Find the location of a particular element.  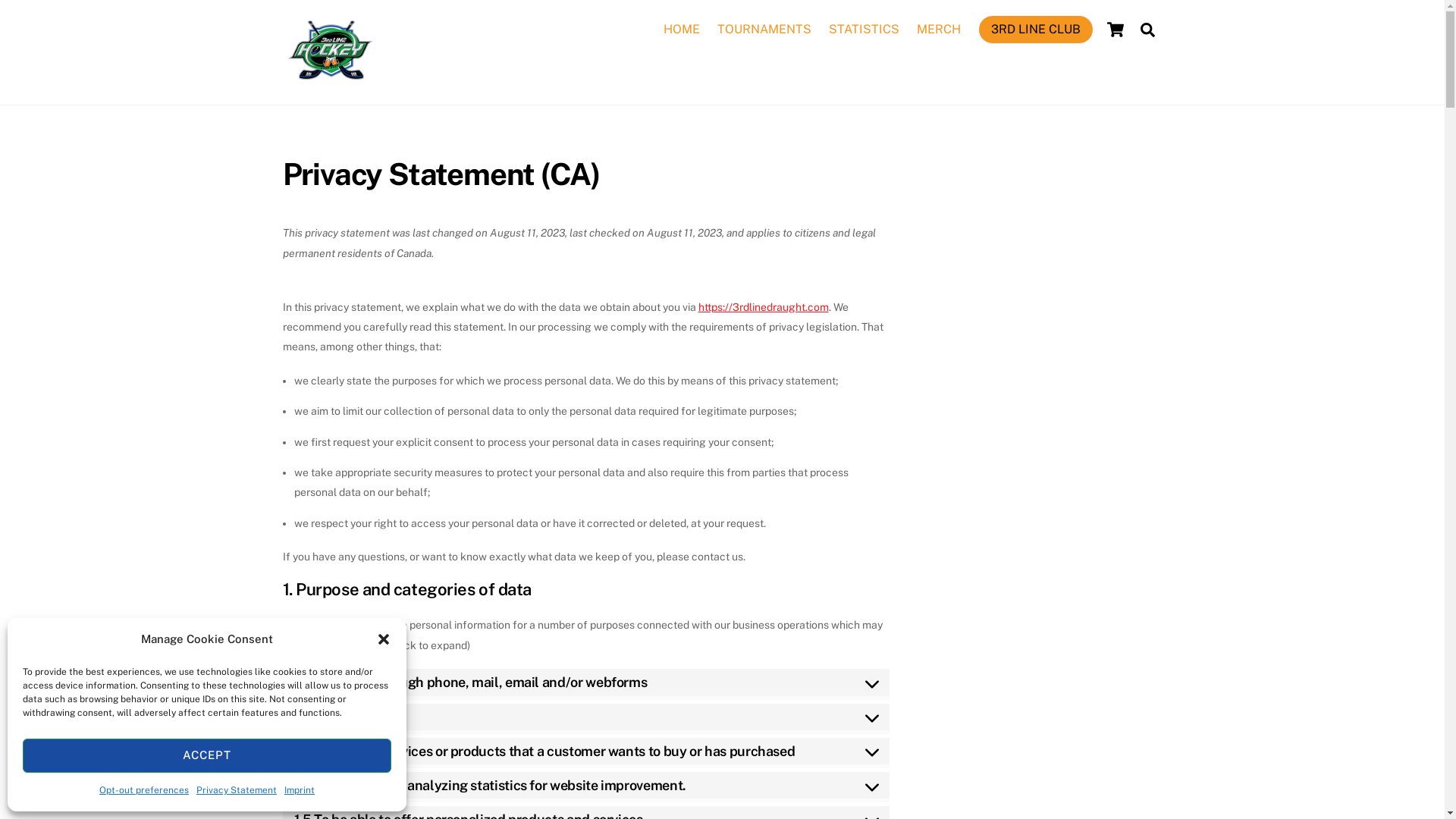

'STATISTICS' is located at coordinates (864, 29).